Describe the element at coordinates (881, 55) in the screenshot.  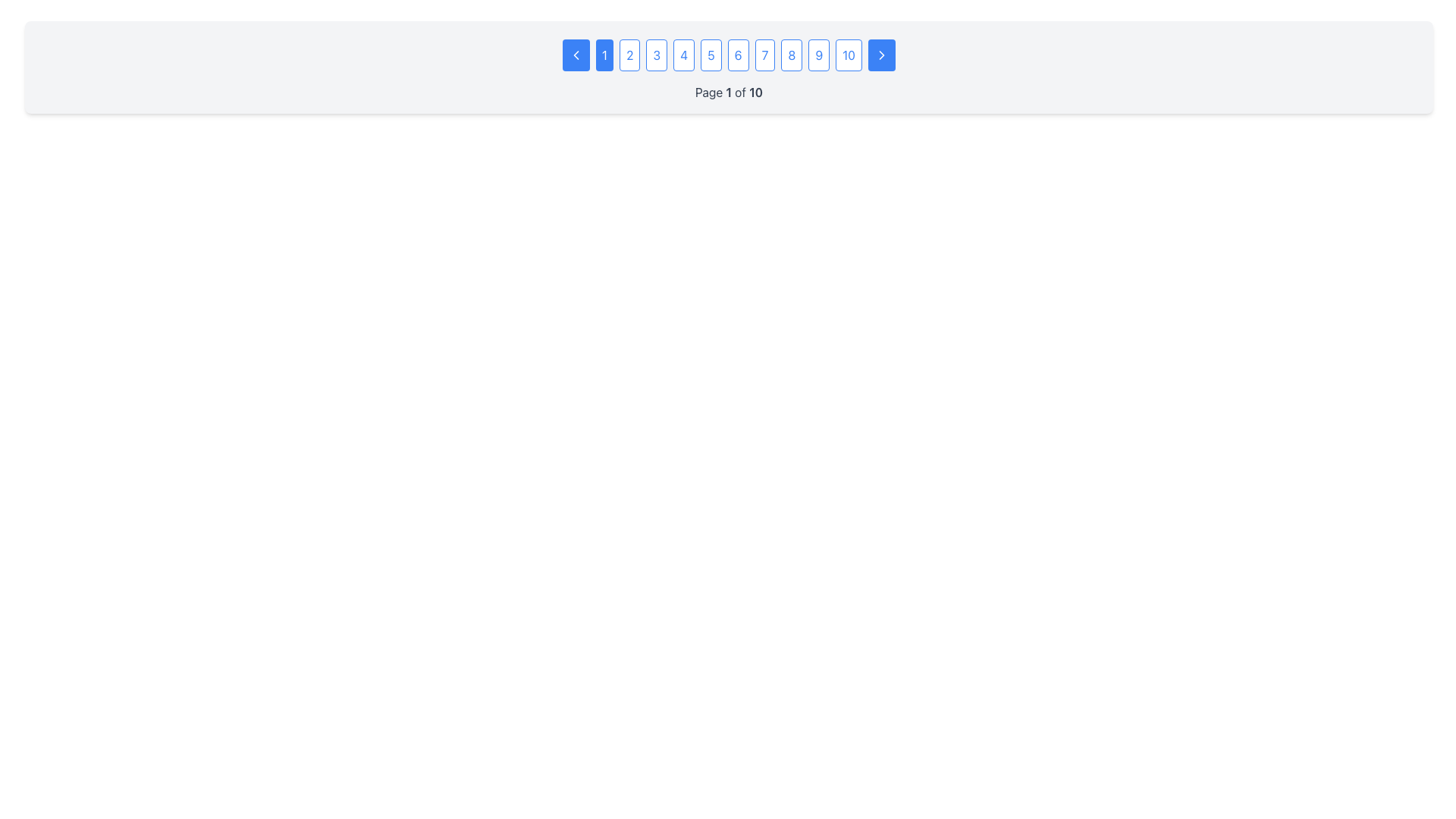
I see `the Chevron Right icon located at the center of the button in the pagination bar, which indicates navigation to the next page` at that location.